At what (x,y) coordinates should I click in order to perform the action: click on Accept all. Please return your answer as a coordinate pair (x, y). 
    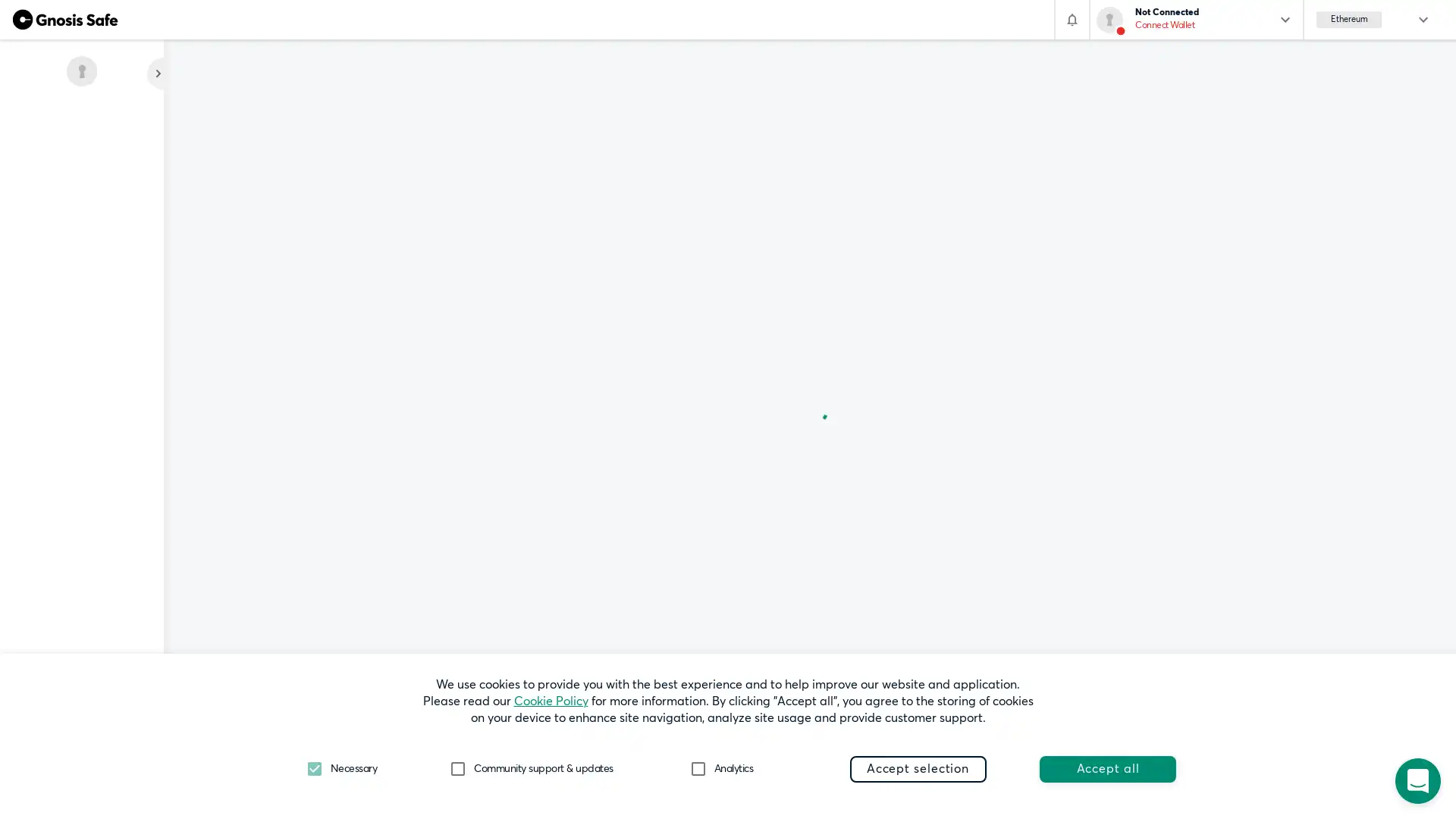
    Looking at the image, I should click on (1107, 768).